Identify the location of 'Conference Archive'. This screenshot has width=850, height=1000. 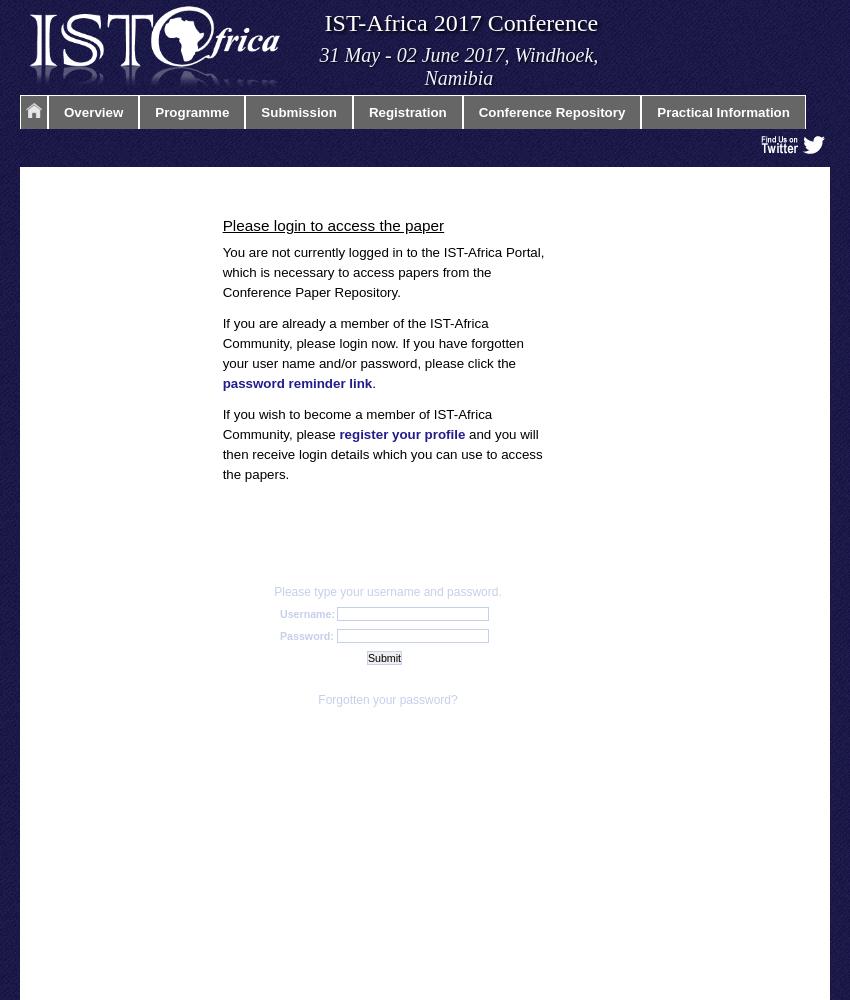
(86, 213).